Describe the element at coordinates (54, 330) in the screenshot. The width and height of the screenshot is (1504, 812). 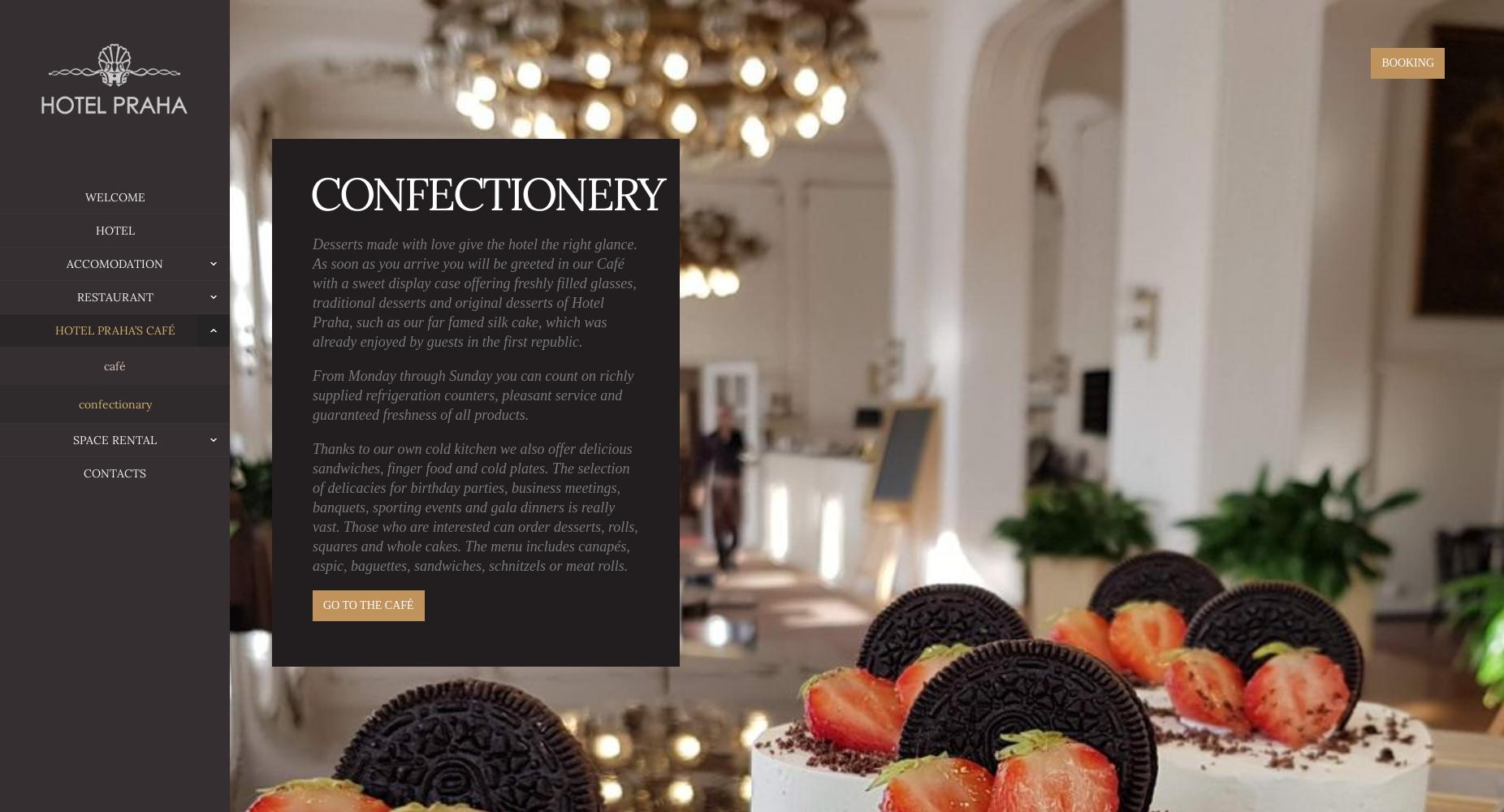
I see `'Hotel Praha’s café'` at that location.